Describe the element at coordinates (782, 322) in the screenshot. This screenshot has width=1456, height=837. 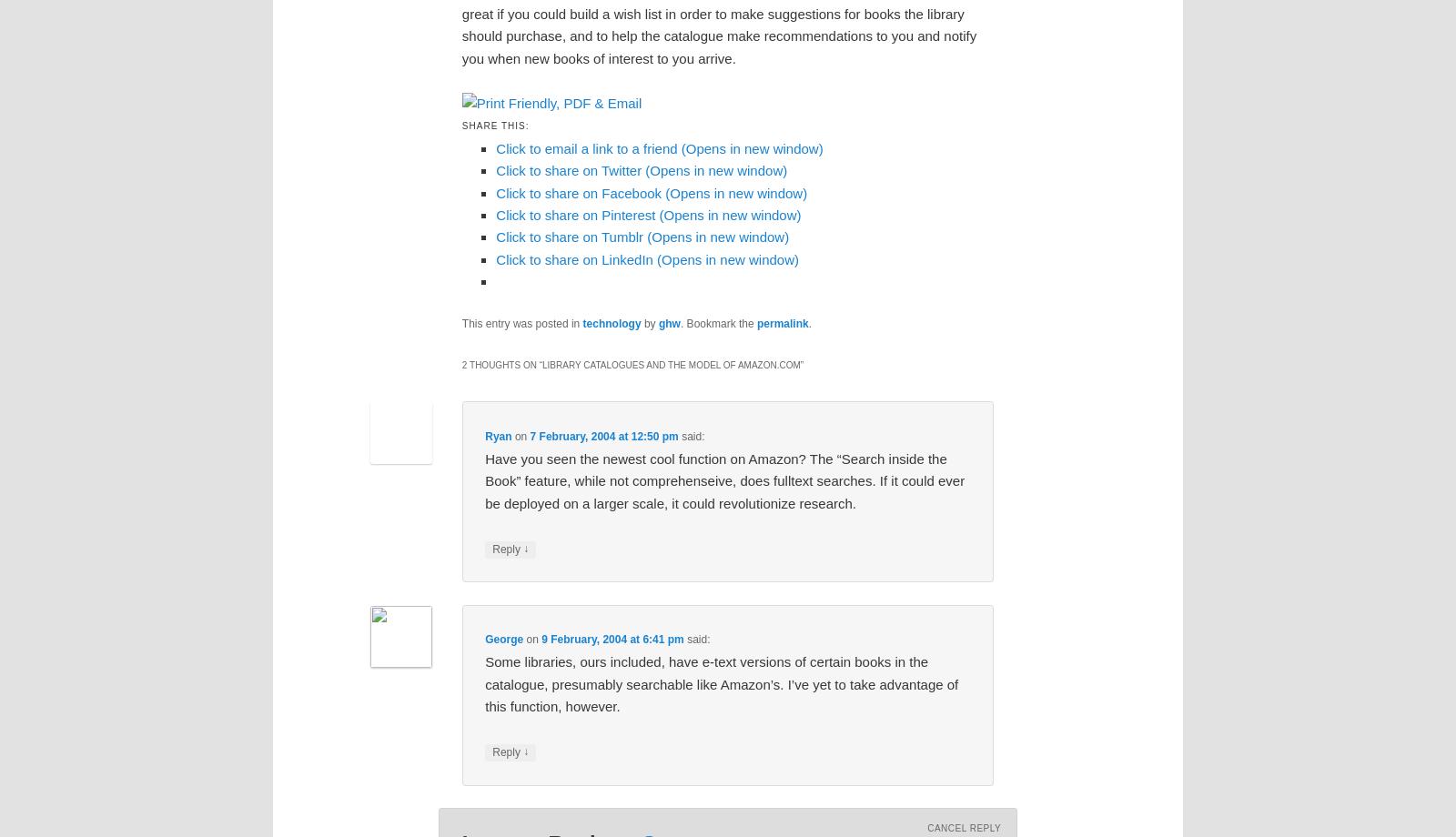
I see `'permalink'` at that location.